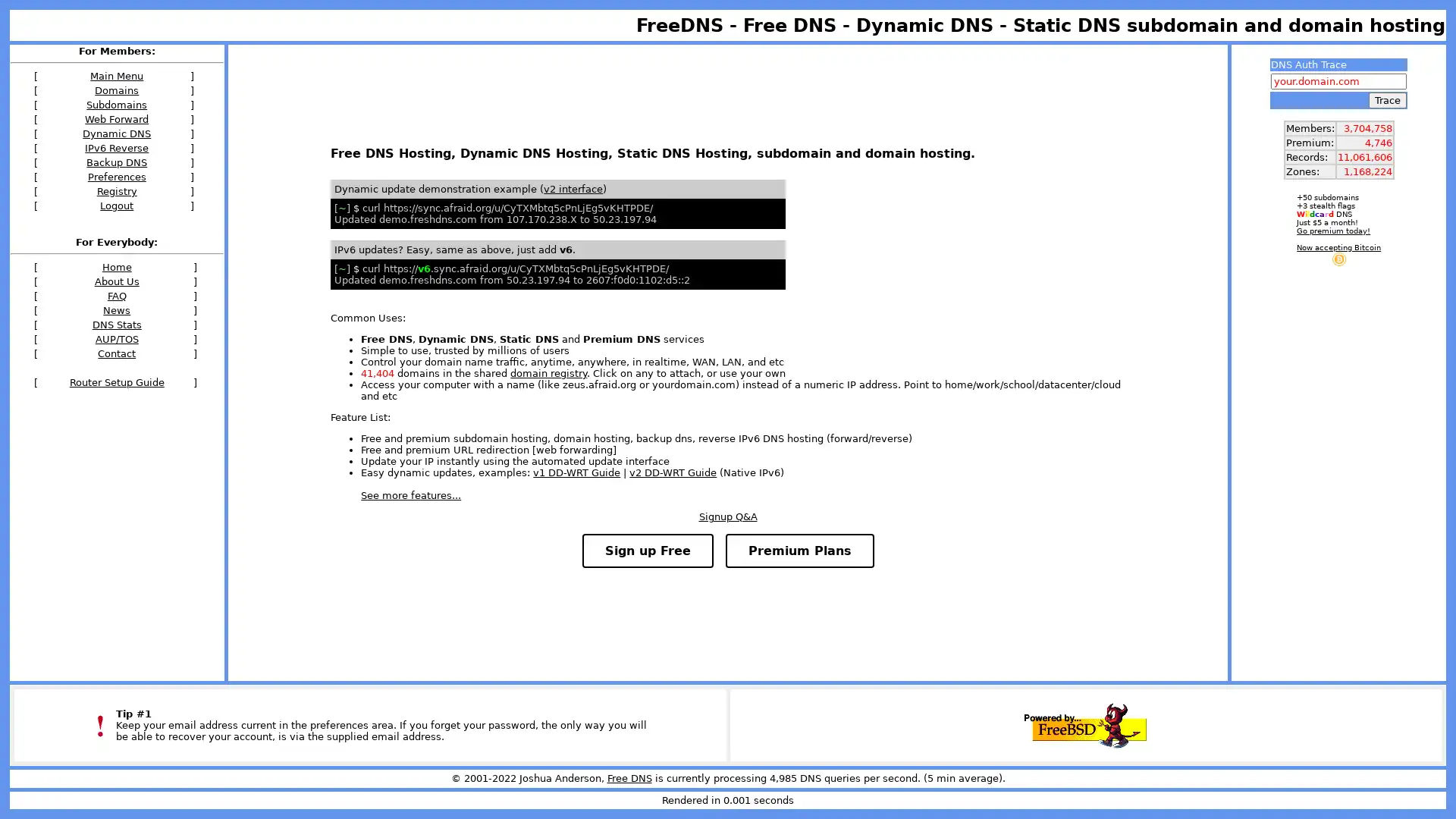 This screenshot has height=819, width=1456. I want to click on Sign up Free, so click(647, 551).